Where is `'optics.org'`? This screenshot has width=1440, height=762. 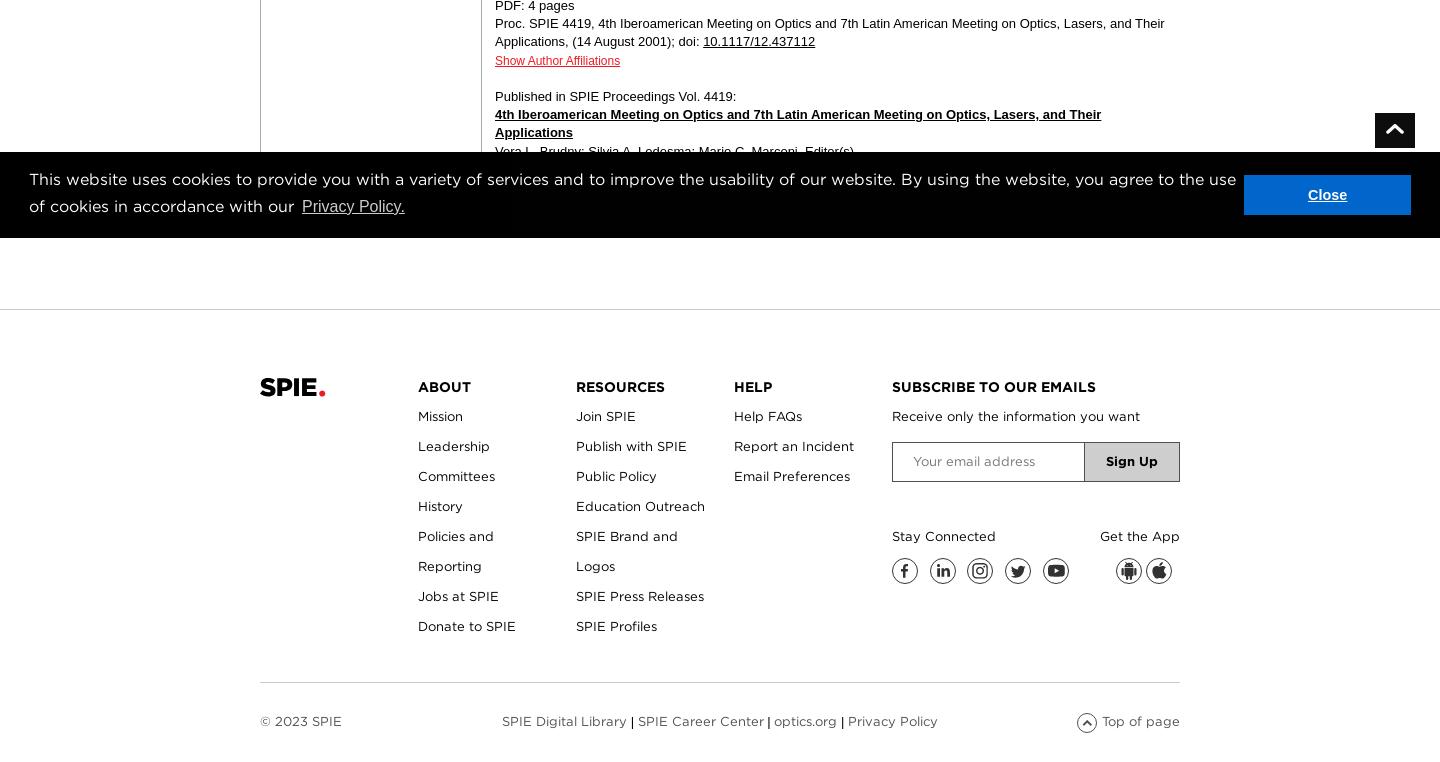
'optics.org' is located at coordinates (773, 720).